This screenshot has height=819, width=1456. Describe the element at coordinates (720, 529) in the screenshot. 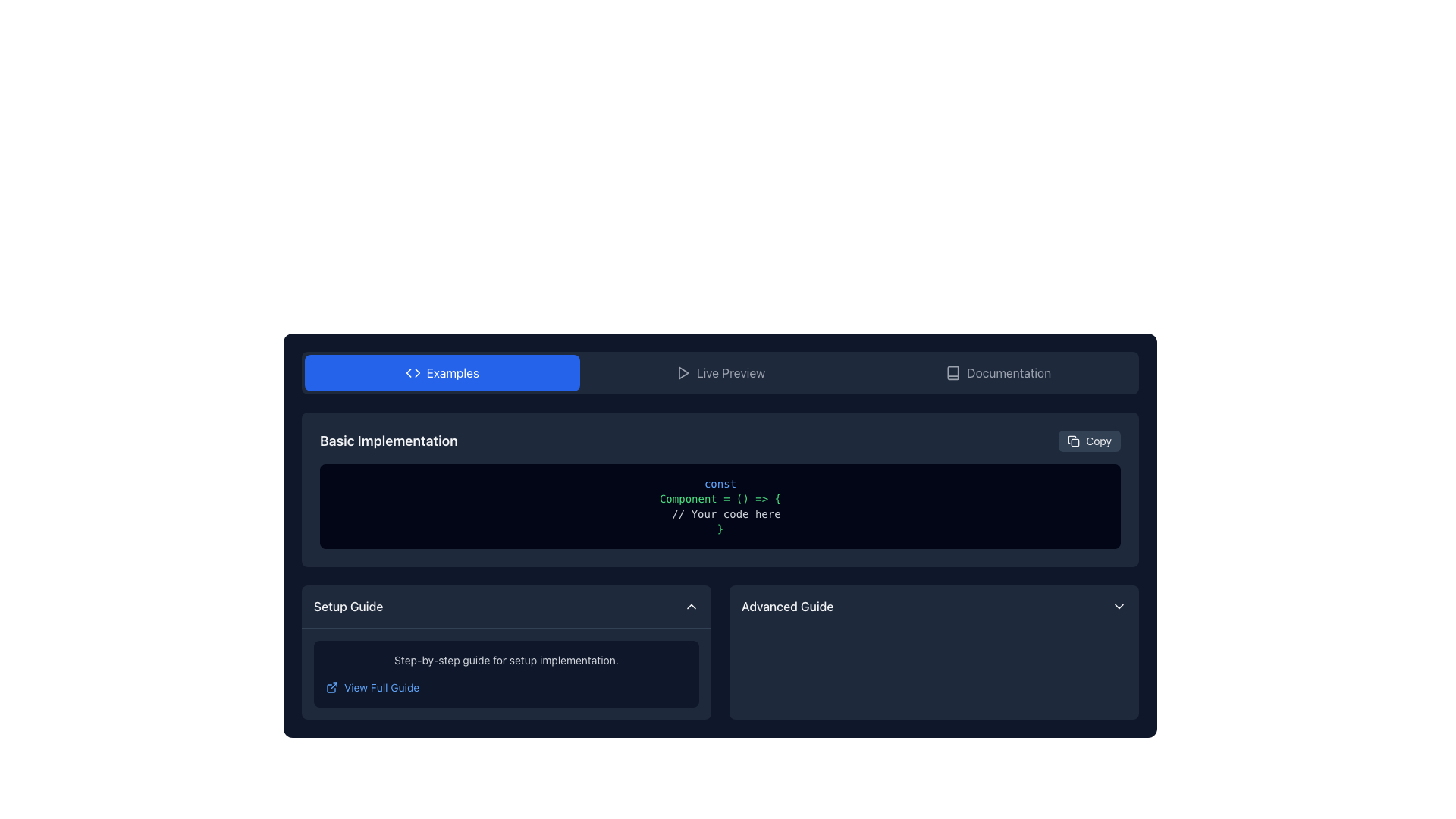

I see `the closing delimiter for a JavaScript function definition` at that location.